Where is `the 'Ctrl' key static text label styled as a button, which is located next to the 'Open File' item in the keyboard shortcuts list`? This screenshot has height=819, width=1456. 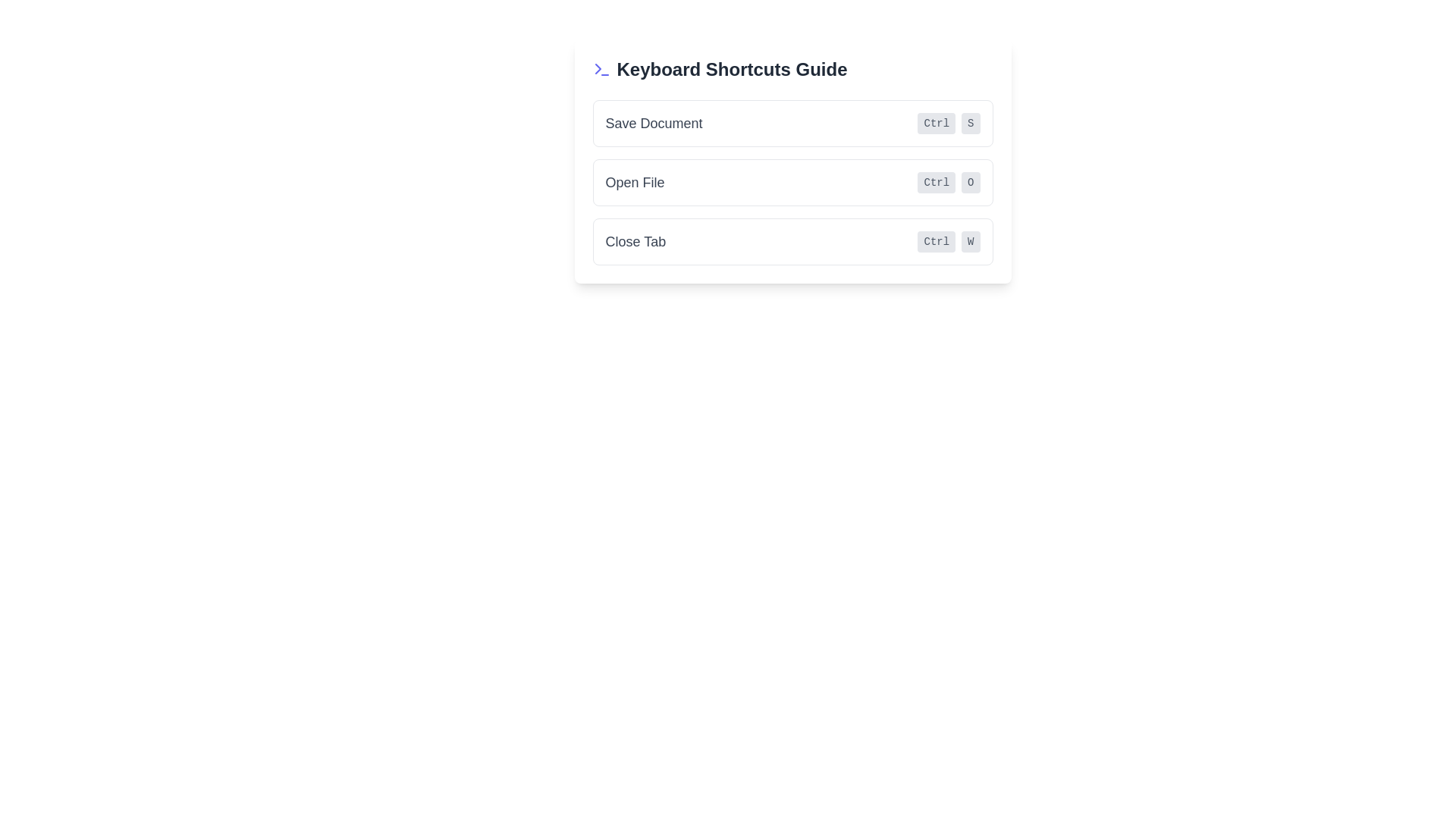
the 'Ctrl' key static text label styled as a button, which is located next to the 'Open File' item in the keyboard shortcuts list is located at coordinates (936, 181).